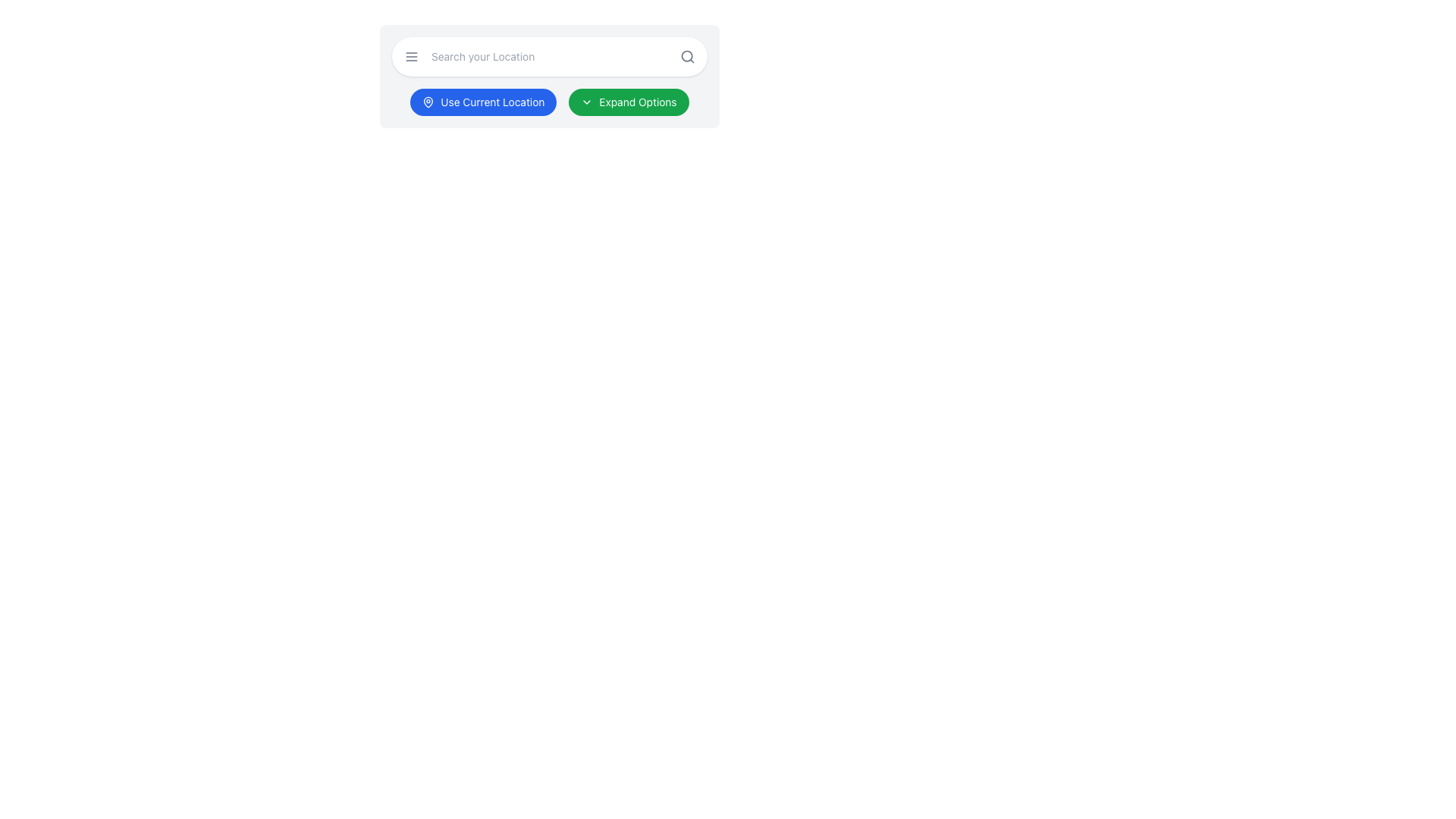 The image size is (1456, 819). I want to click on the 'Use Current Location' button that contains the pin-like shape icon on its leftmost part, so click(428, 102).